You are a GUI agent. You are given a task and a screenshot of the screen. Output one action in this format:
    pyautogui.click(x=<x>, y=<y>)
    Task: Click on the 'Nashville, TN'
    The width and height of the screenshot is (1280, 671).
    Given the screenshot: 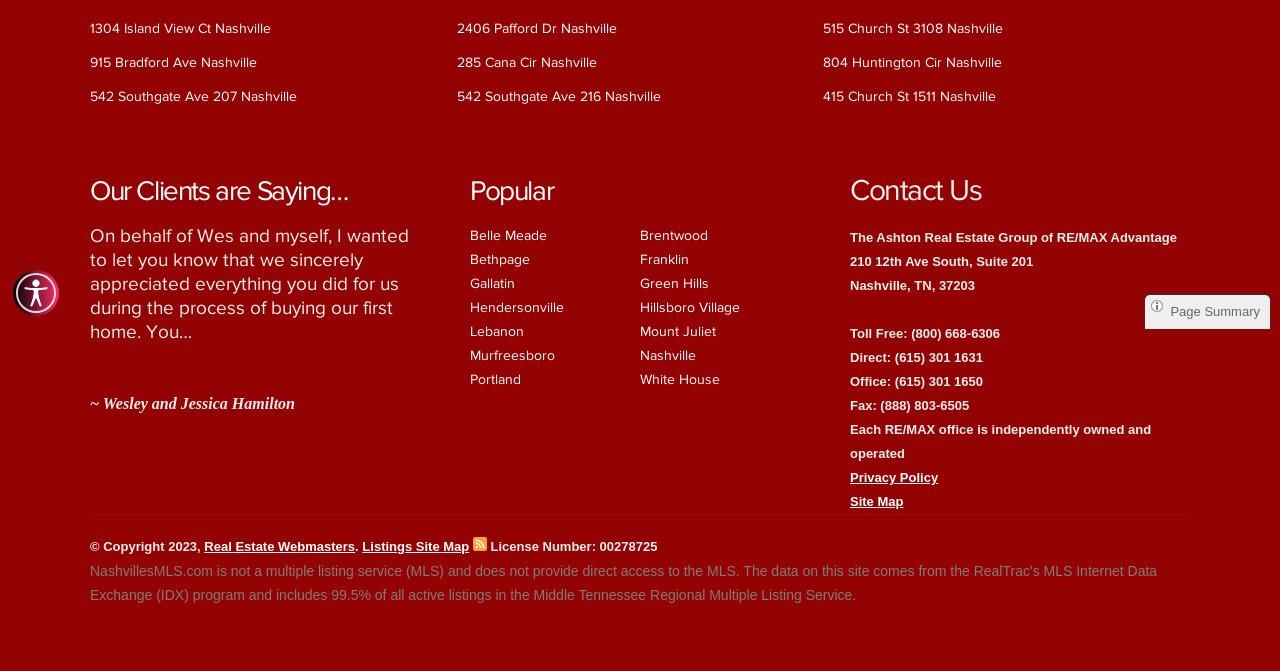 What is the action you would take?
    pyautogui.click(x=889, y=284)
    